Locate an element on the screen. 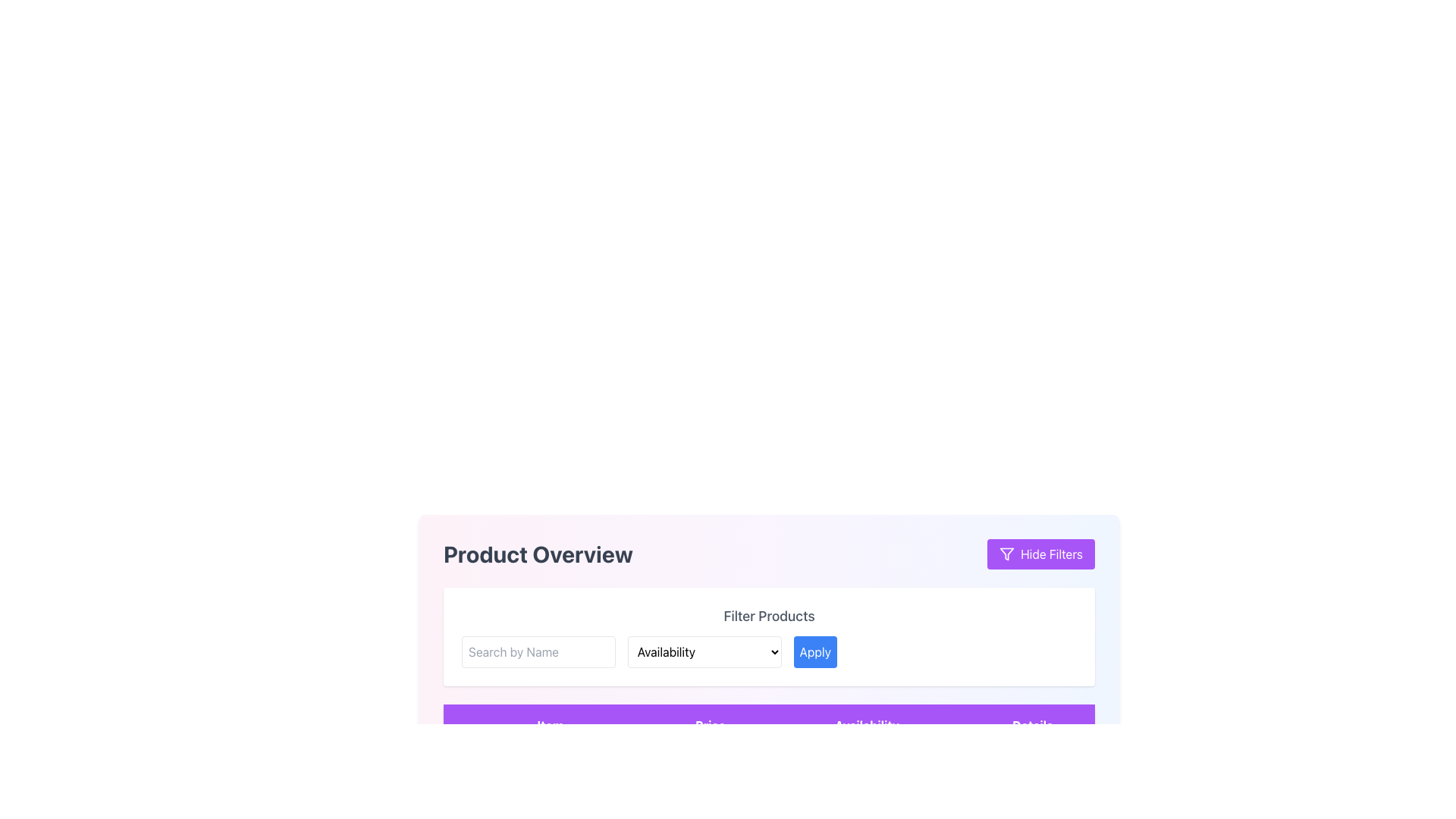 The height and width of the screenshot is (819, 1456). the Table Header Row with a purple background and white text, which contains the titles 'Item', 'Price', 'Availability', and 'Details' is located at coordinates (769, 724).